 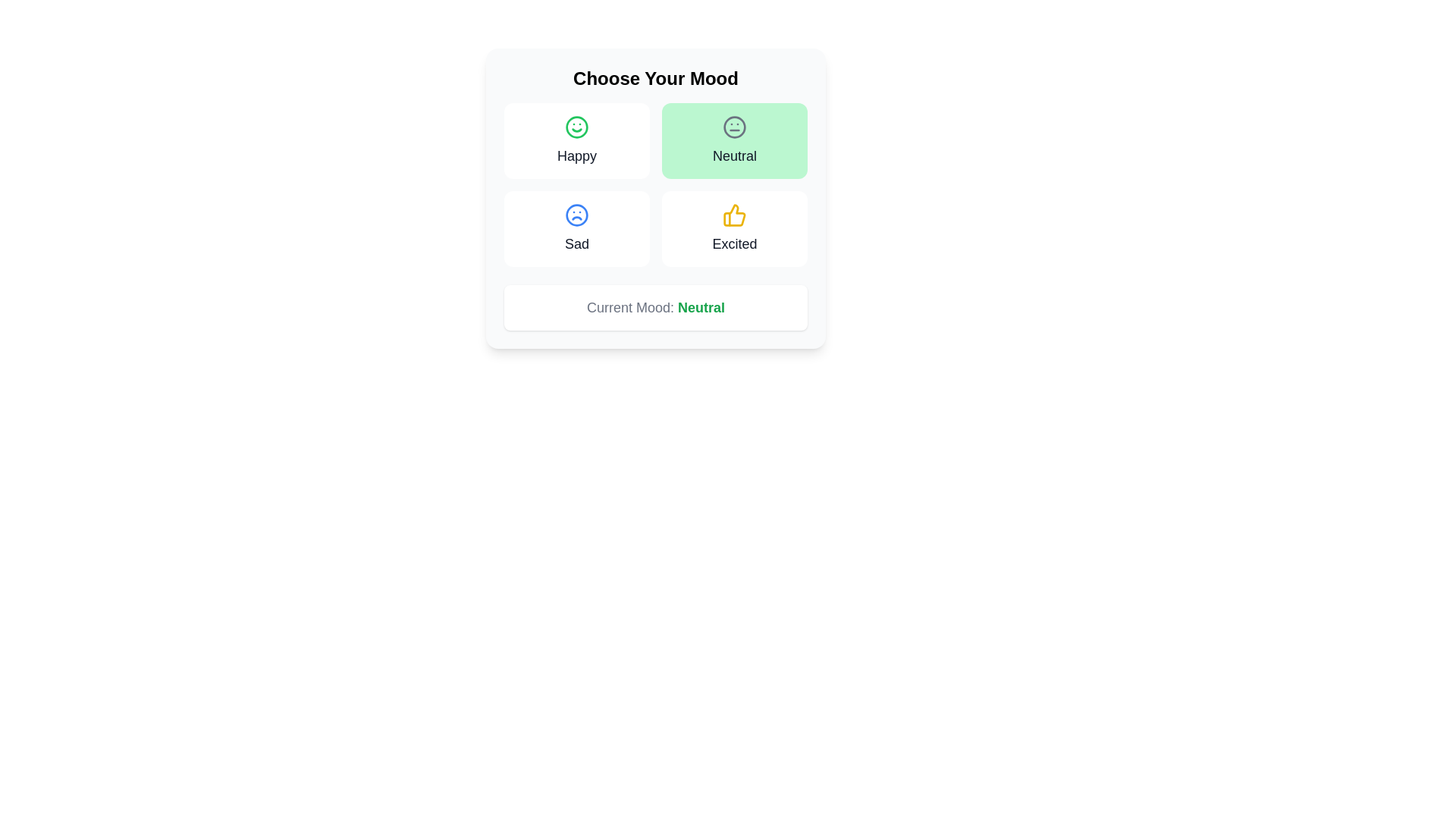 I want to click on the bright yellow thumbs-up SVG icon located at the top of the 'Excited' box in the bottom-right area of the grid layout, so click(x=735, y=215).